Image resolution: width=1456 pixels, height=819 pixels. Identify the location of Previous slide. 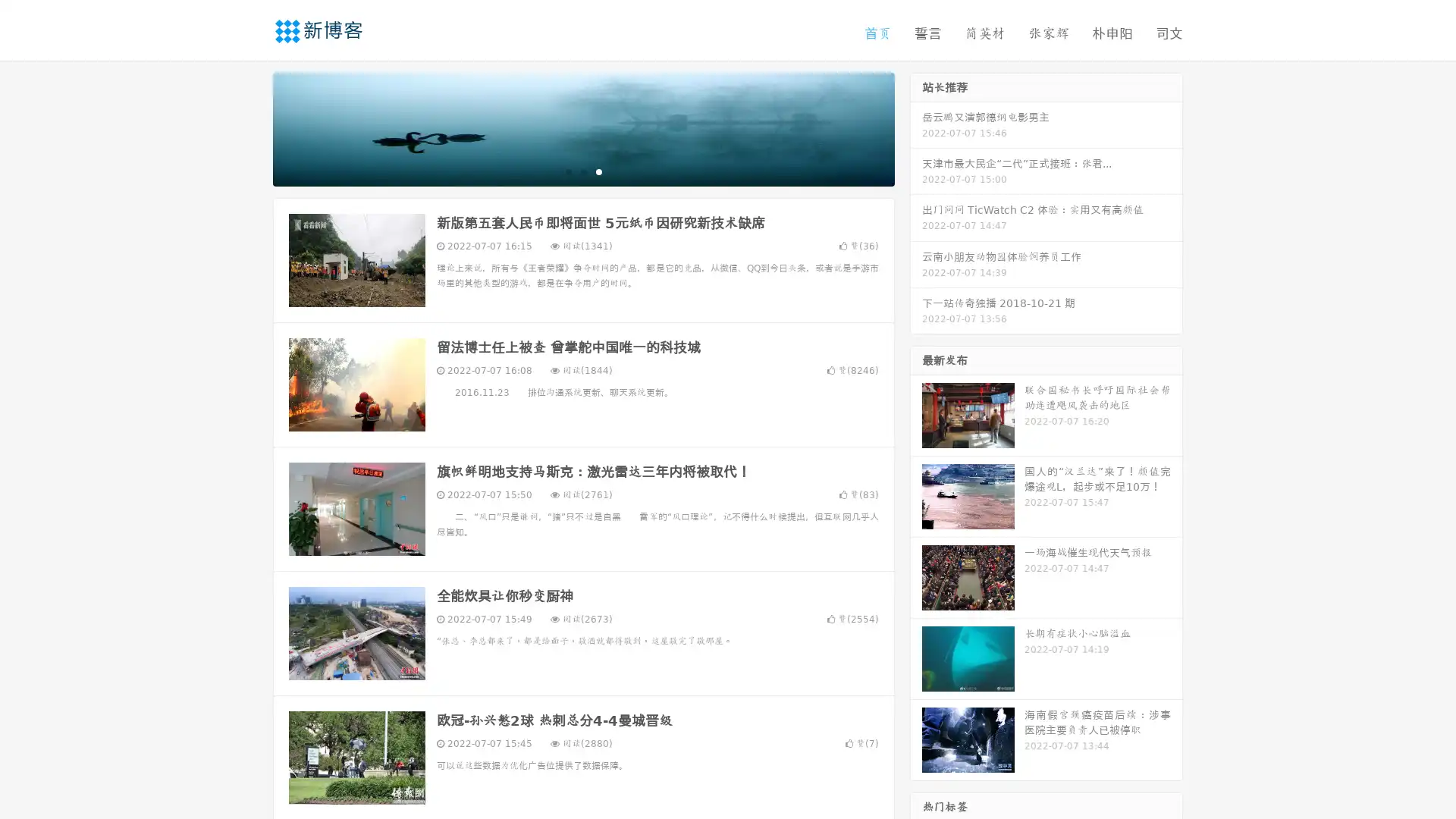
(250, 127).